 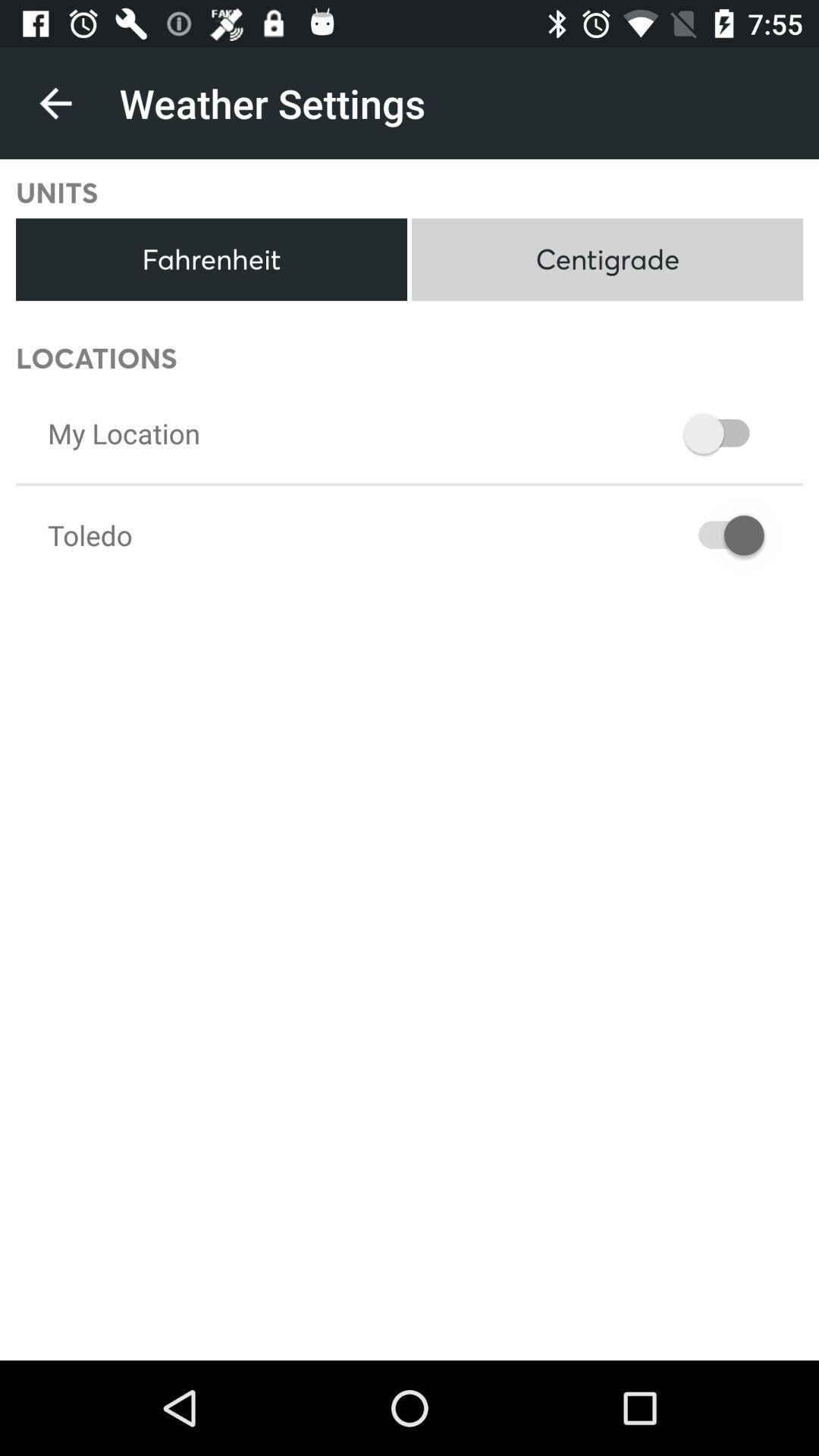 I want to click on the item below weather settings, so click(x=607, y=259).